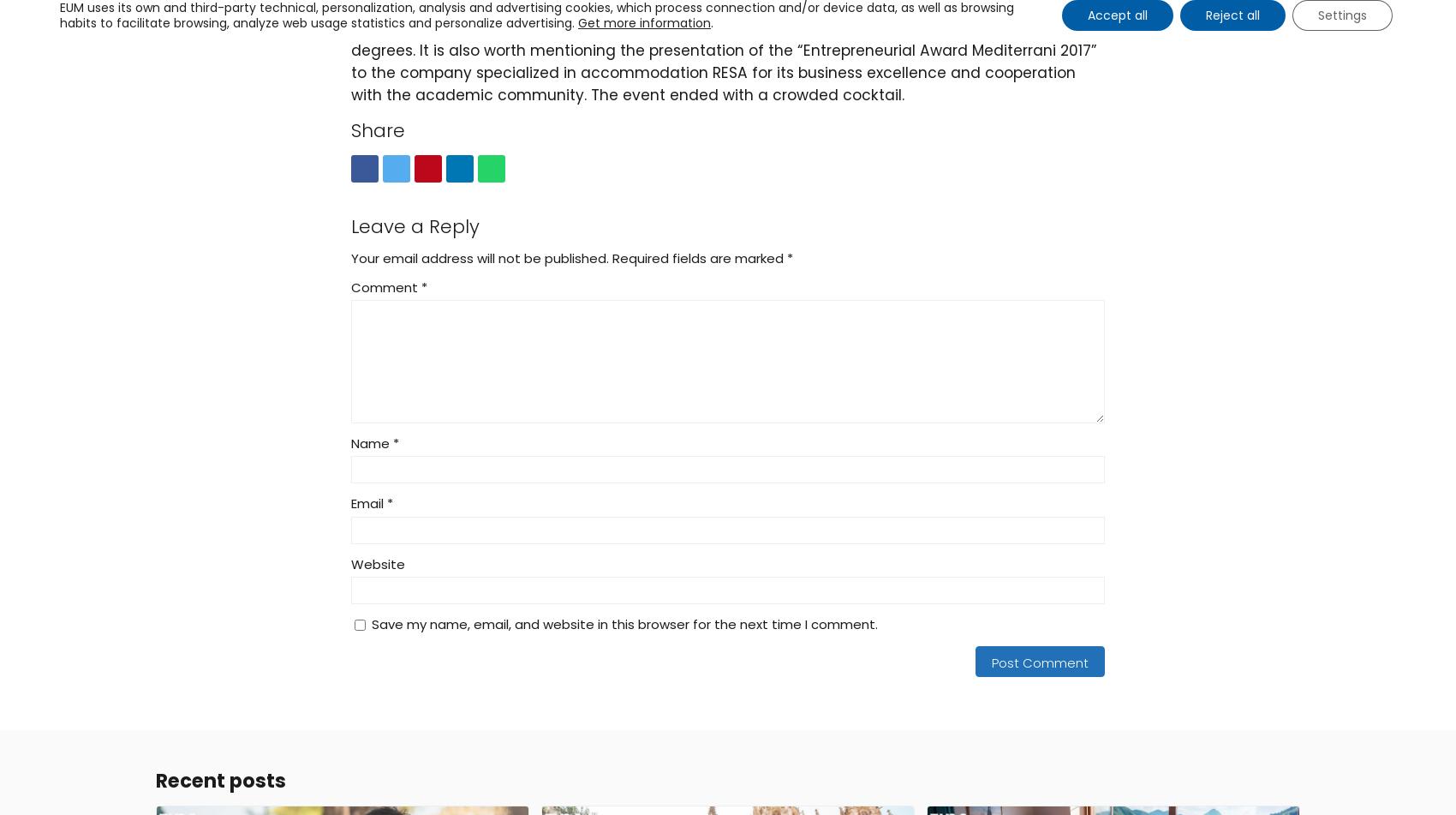 Image resolution: width=1456 pixels, height=815 pixels. Describe the element at coordinates (221, 779) in the screenshot. I see `'Recent posts'` at that location.